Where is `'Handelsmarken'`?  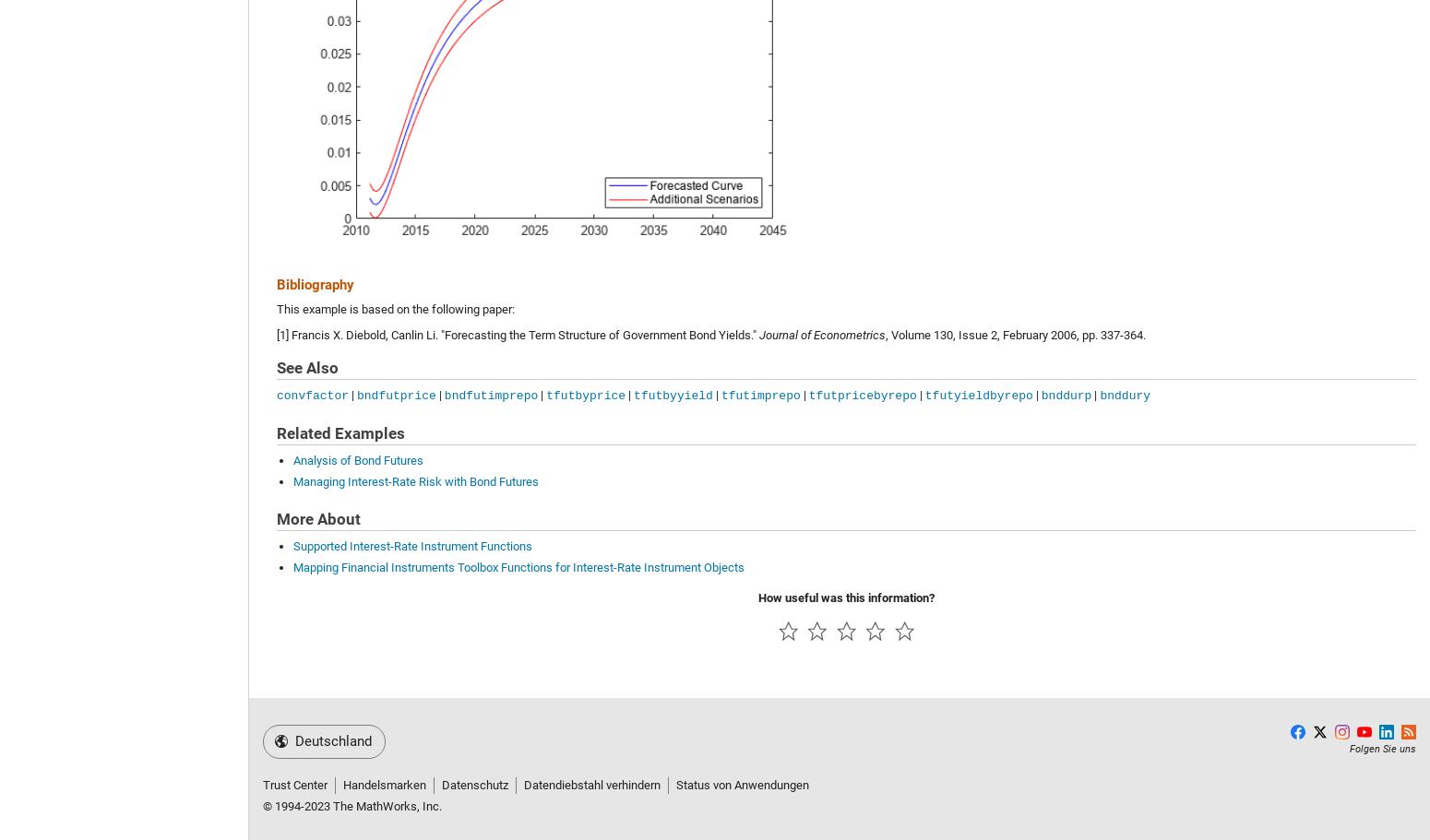 'Handelsmarken' is located at coordinates (384, 784).